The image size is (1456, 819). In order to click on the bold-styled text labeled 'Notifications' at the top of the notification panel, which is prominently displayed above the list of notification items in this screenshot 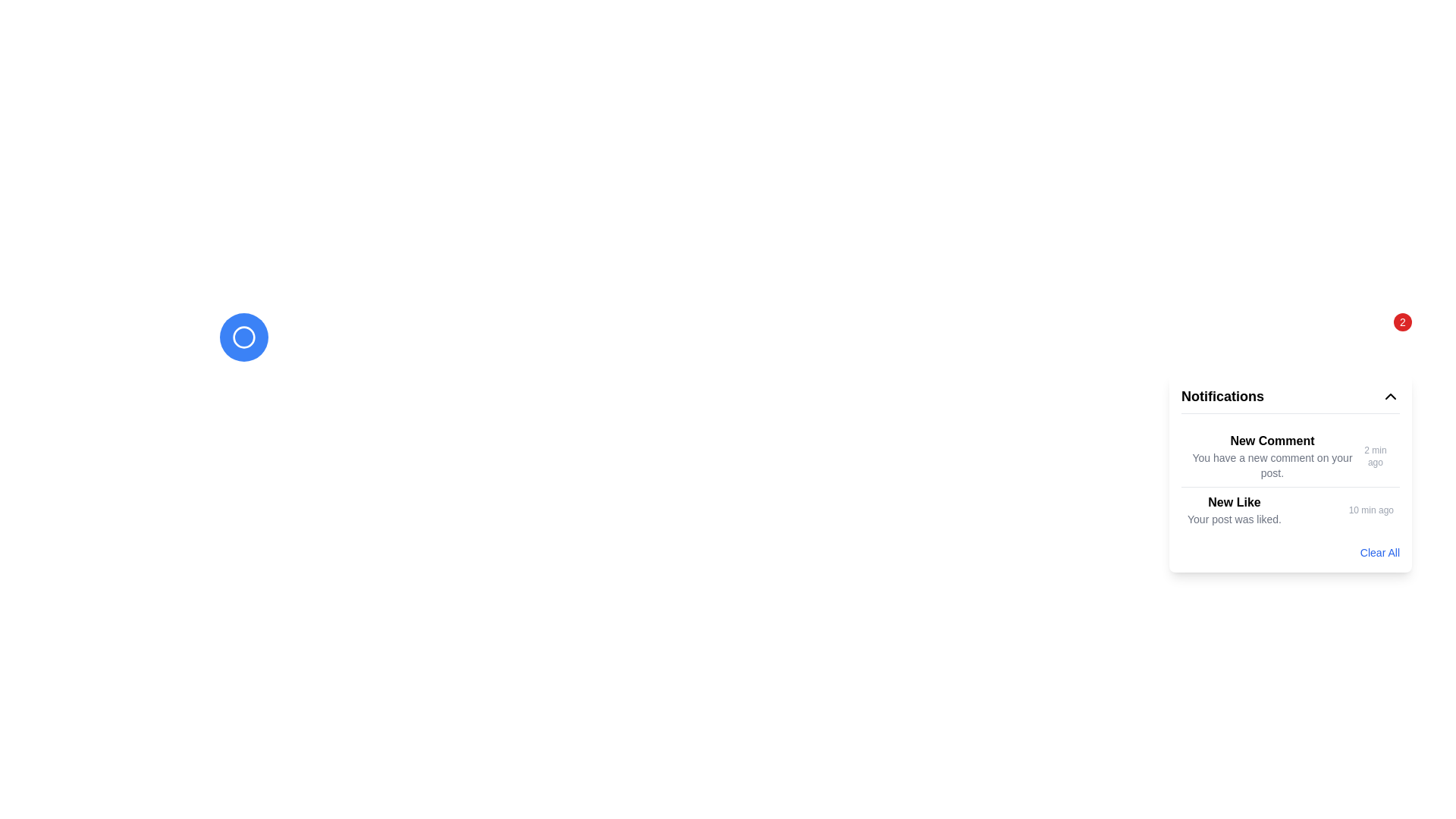, I will do `click(1222, 396)`.